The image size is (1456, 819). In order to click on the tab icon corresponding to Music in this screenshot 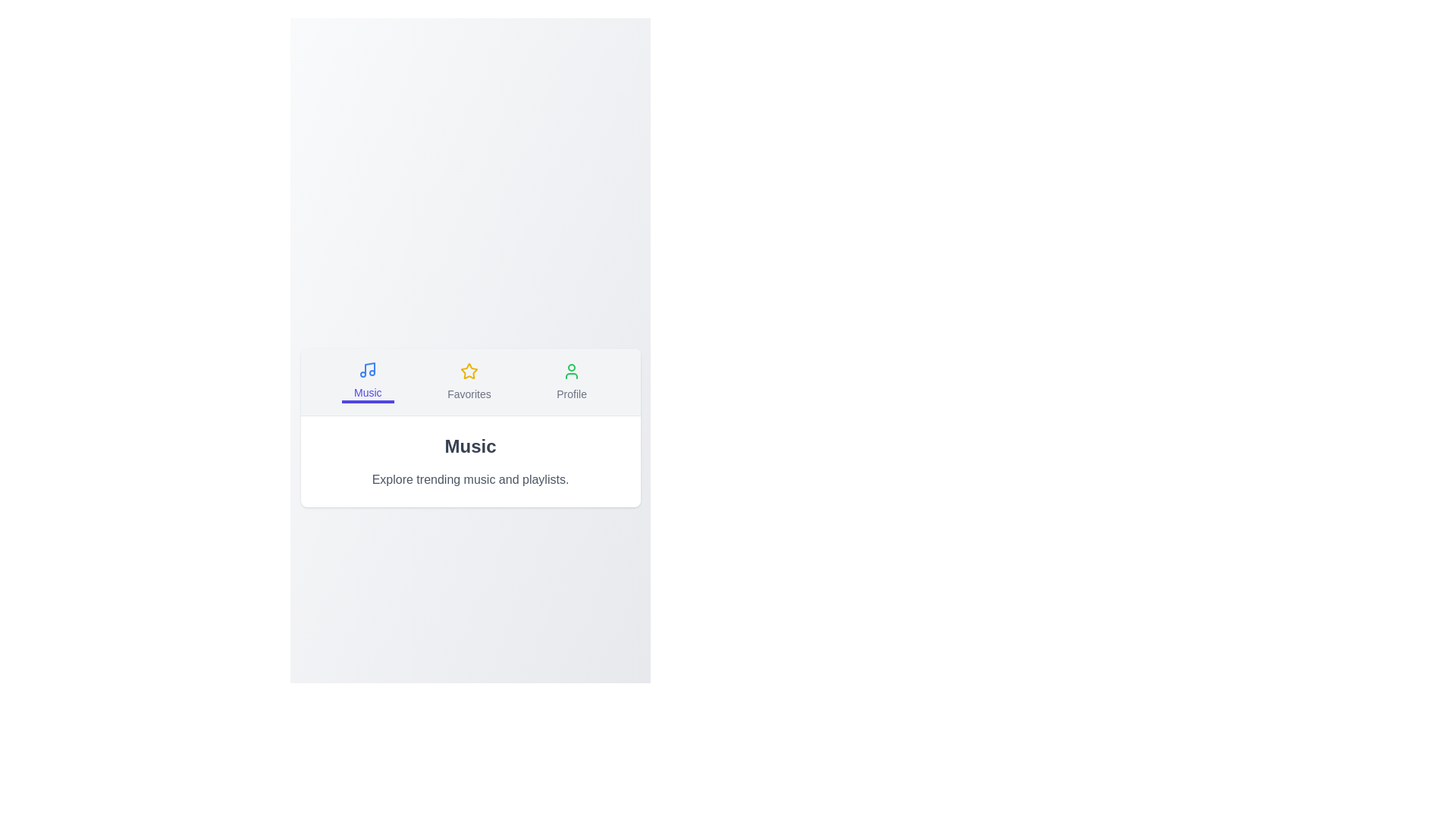, I will do `click(368, 381)`.